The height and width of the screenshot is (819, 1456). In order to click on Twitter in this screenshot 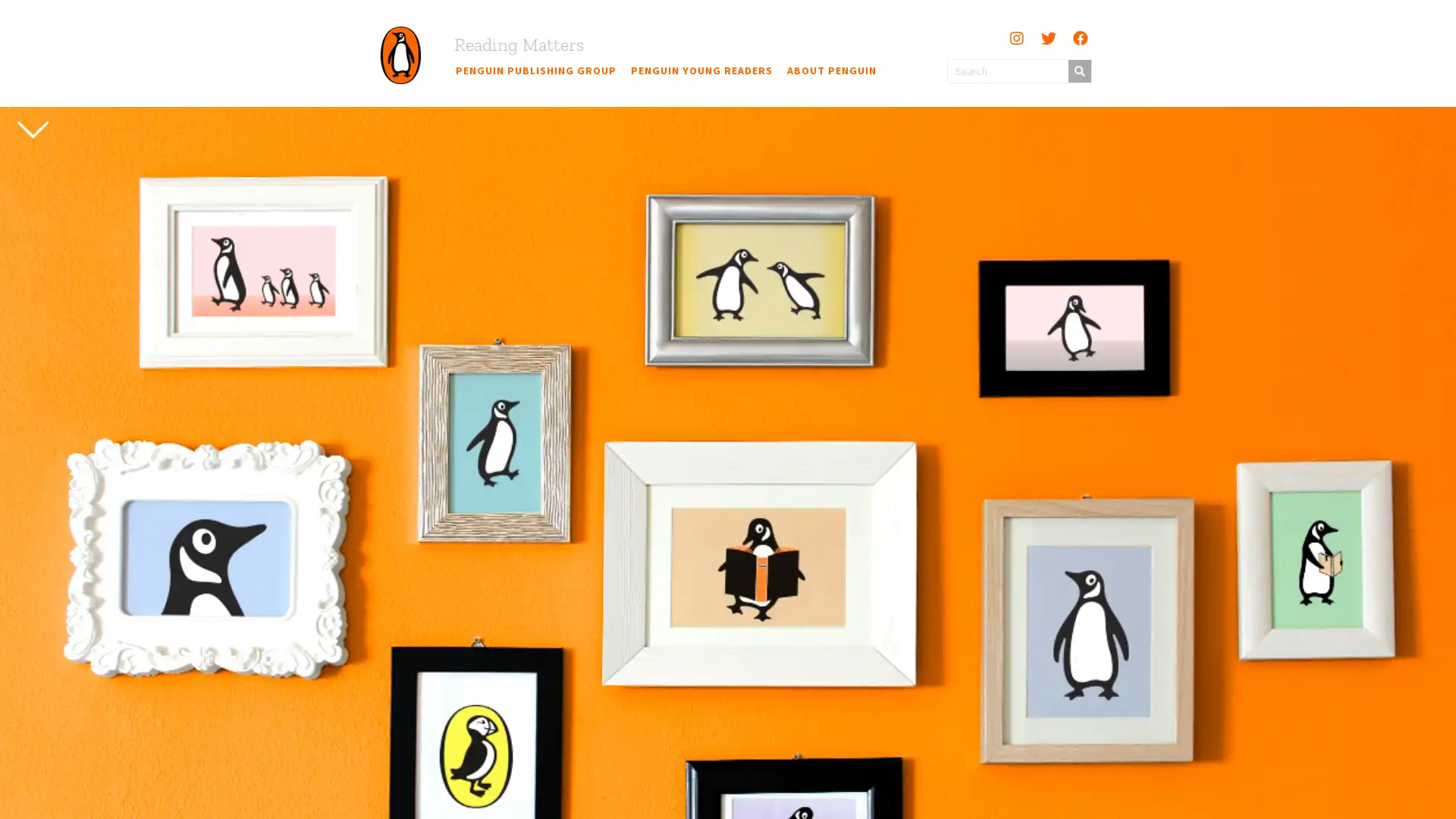, I will do `click(1047, 37)`.